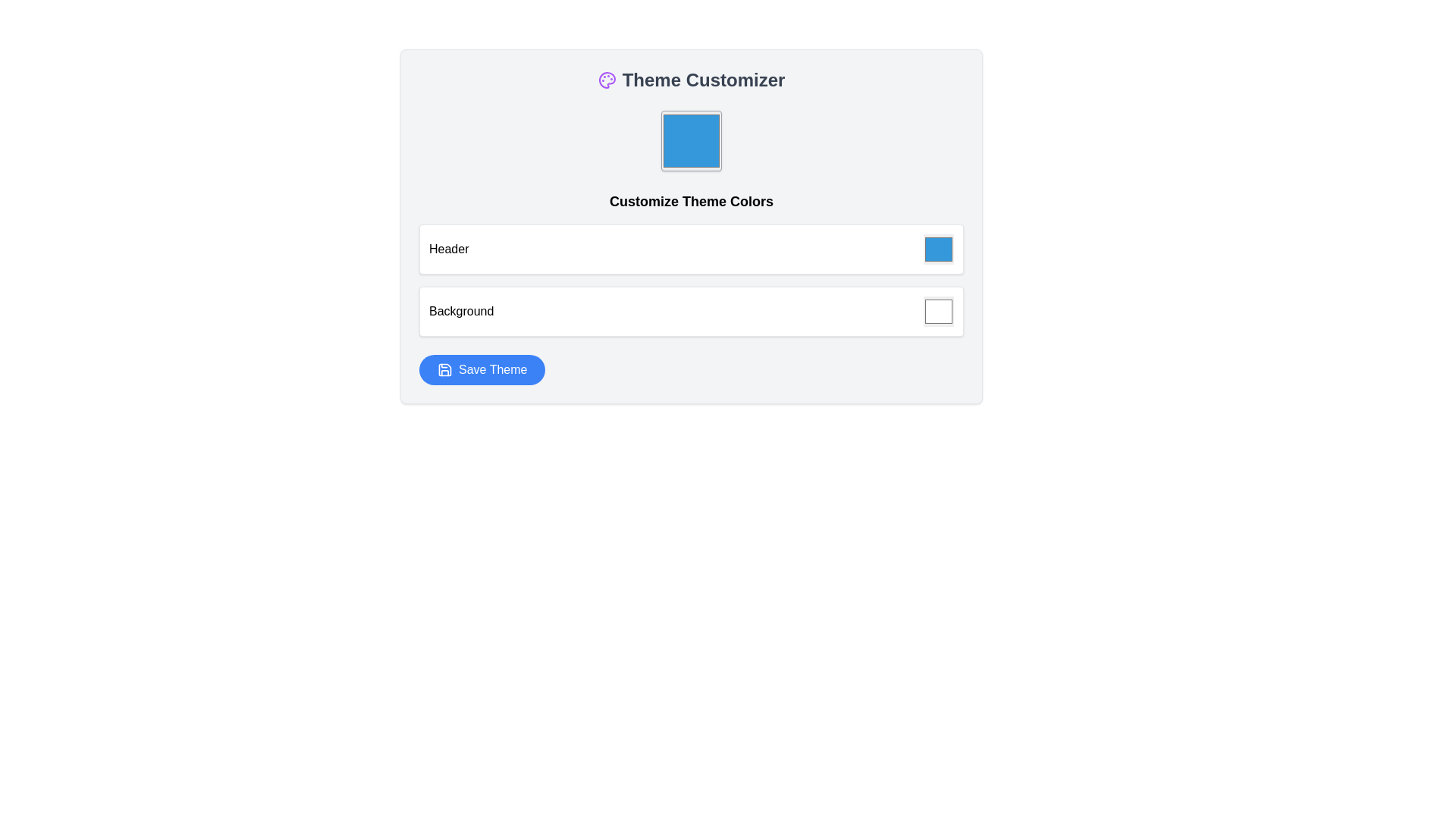  Describe the element at coordinates (444, 370) in the screenshot. I see `the 'Save' icon located to the left of the text within the 'Save Theme' button in the bottom section of the card interface` at that location.